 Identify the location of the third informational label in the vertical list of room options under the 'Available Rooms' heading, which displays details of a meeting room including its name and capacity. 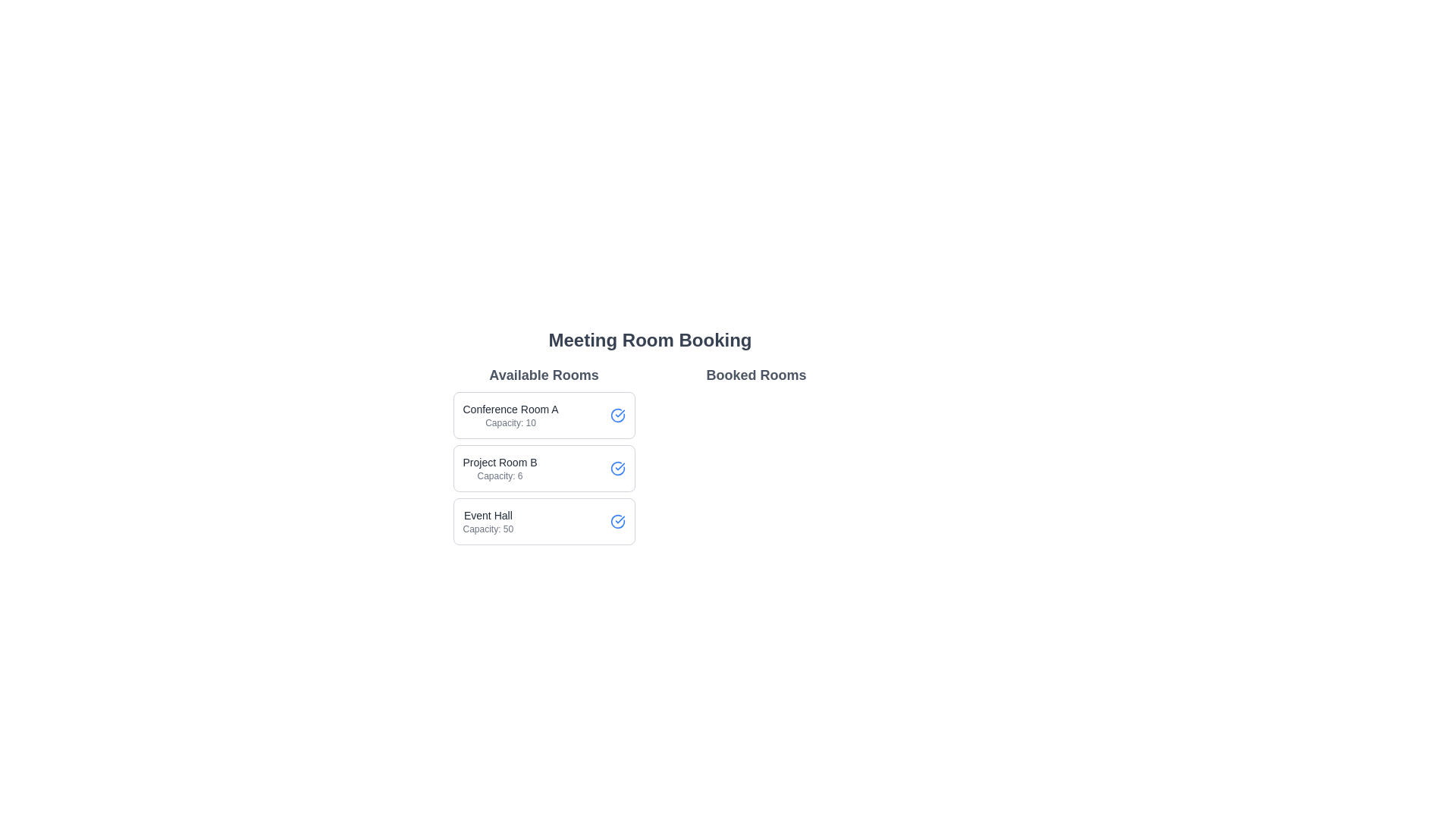
(488, 520).